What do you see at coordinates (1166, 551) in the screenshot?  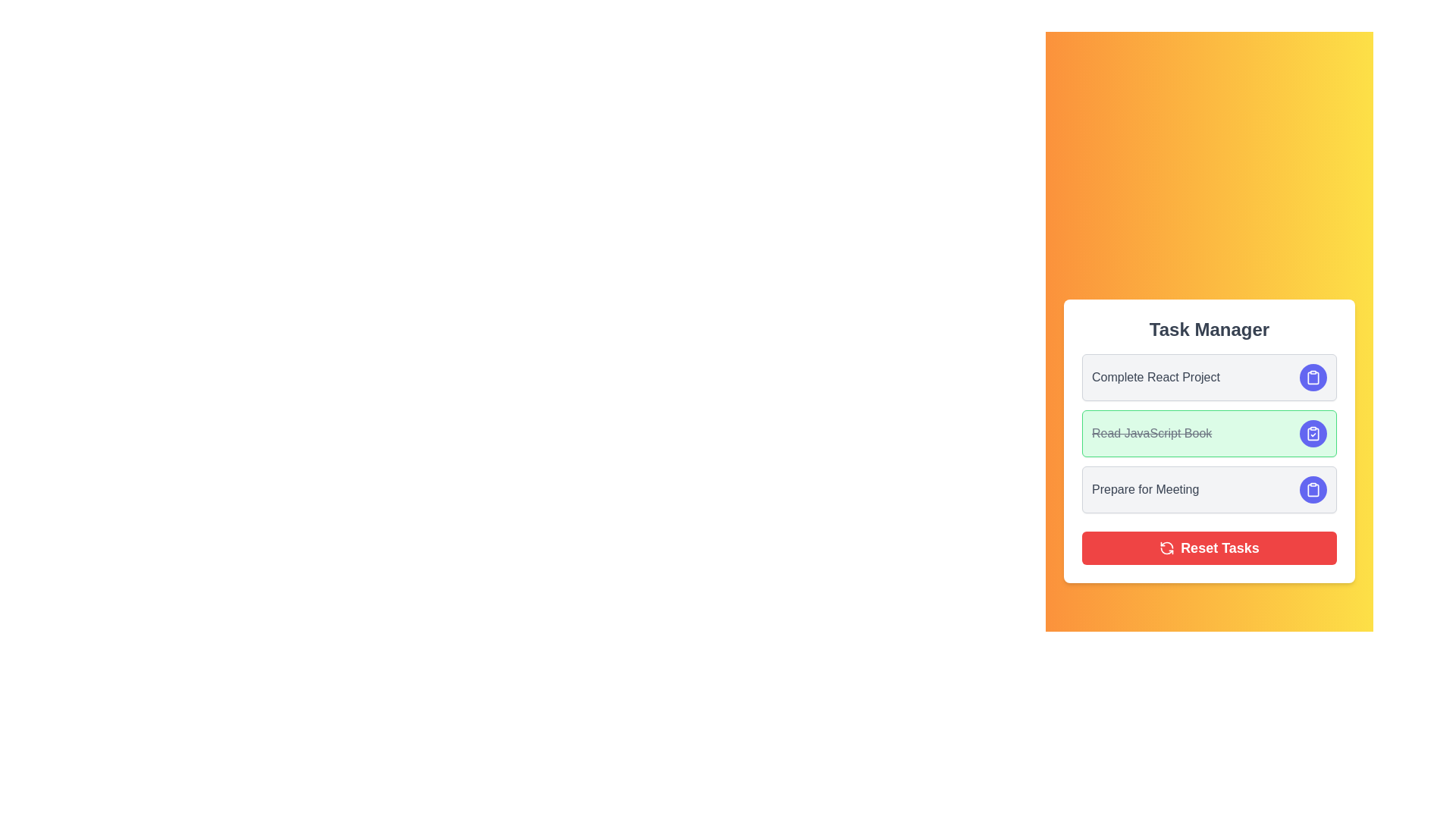 I see `the third segment of the SVG icon representing a refresh action, located in the upper-right portion of the card interface` at bounding box center [1166, 551].